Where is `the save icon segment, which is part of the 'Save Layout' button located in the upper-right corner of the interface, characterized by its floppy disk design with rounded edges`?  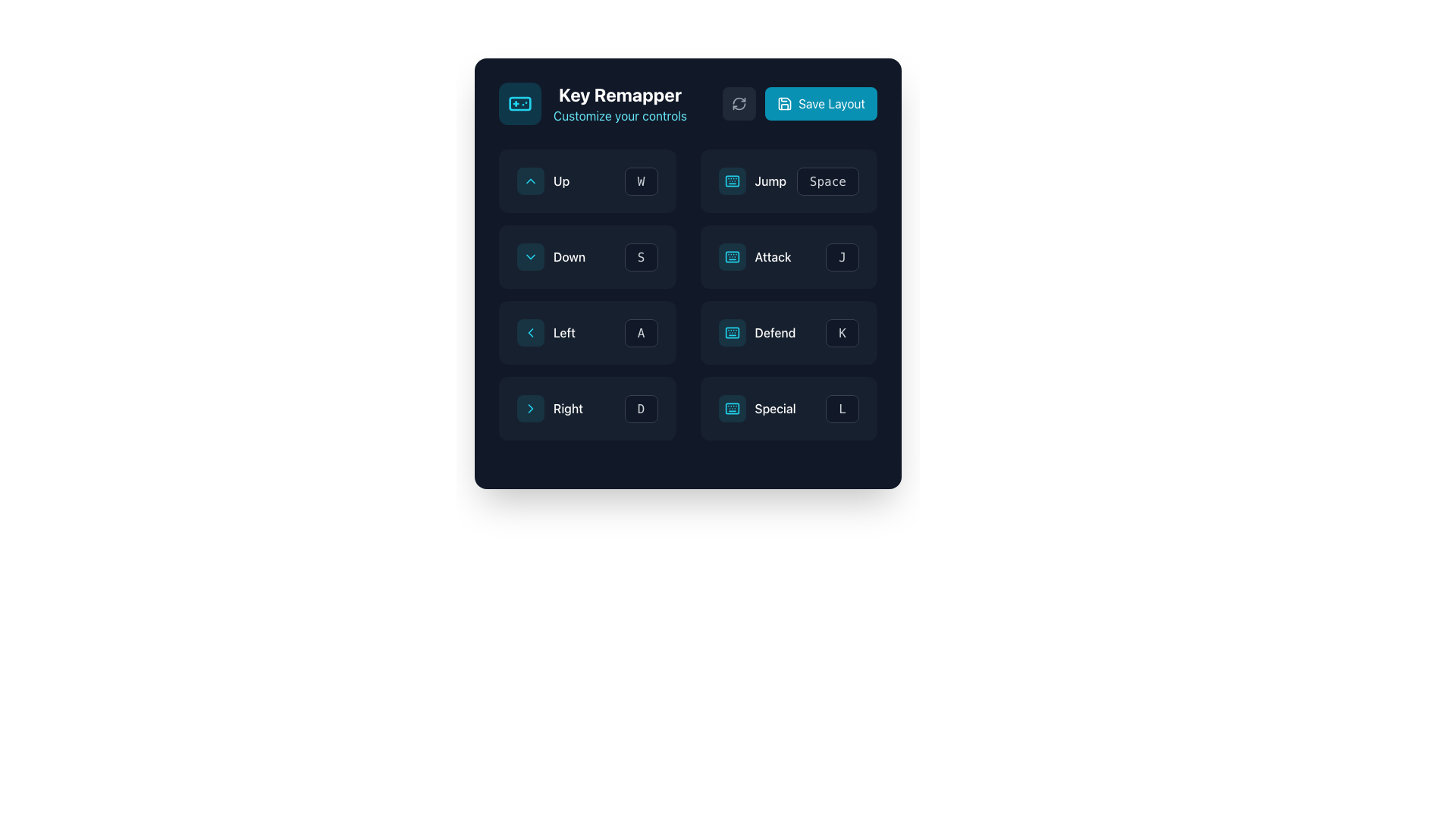
the save icon segment, which is part of the 'Save Layout' button located in the upper-right corner of the interface, characterized by its floppy disk design with rounded edges is located at coordinates (785, 103).